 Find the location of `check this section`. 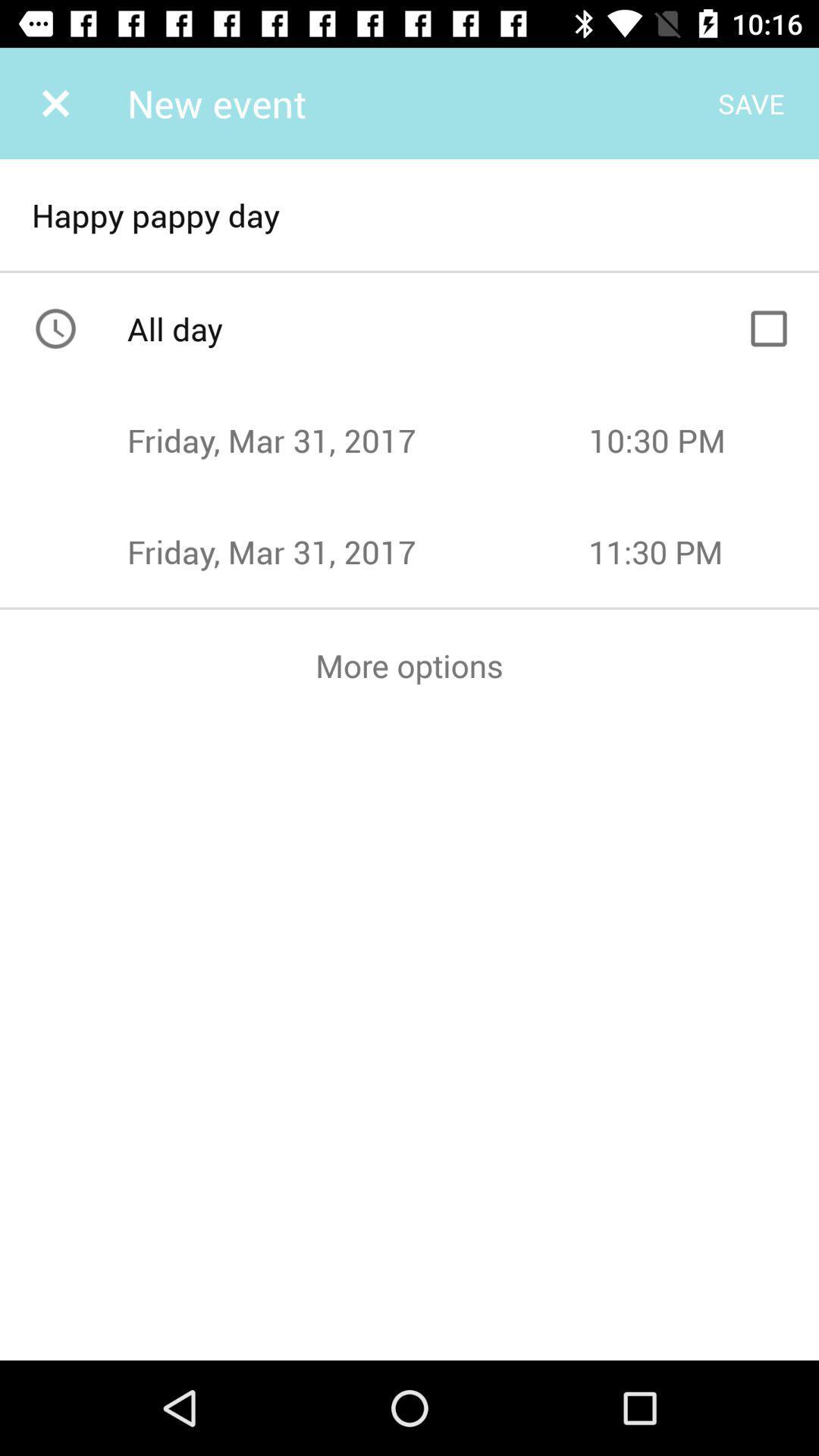

check this section is located at coordinates (769, 328).